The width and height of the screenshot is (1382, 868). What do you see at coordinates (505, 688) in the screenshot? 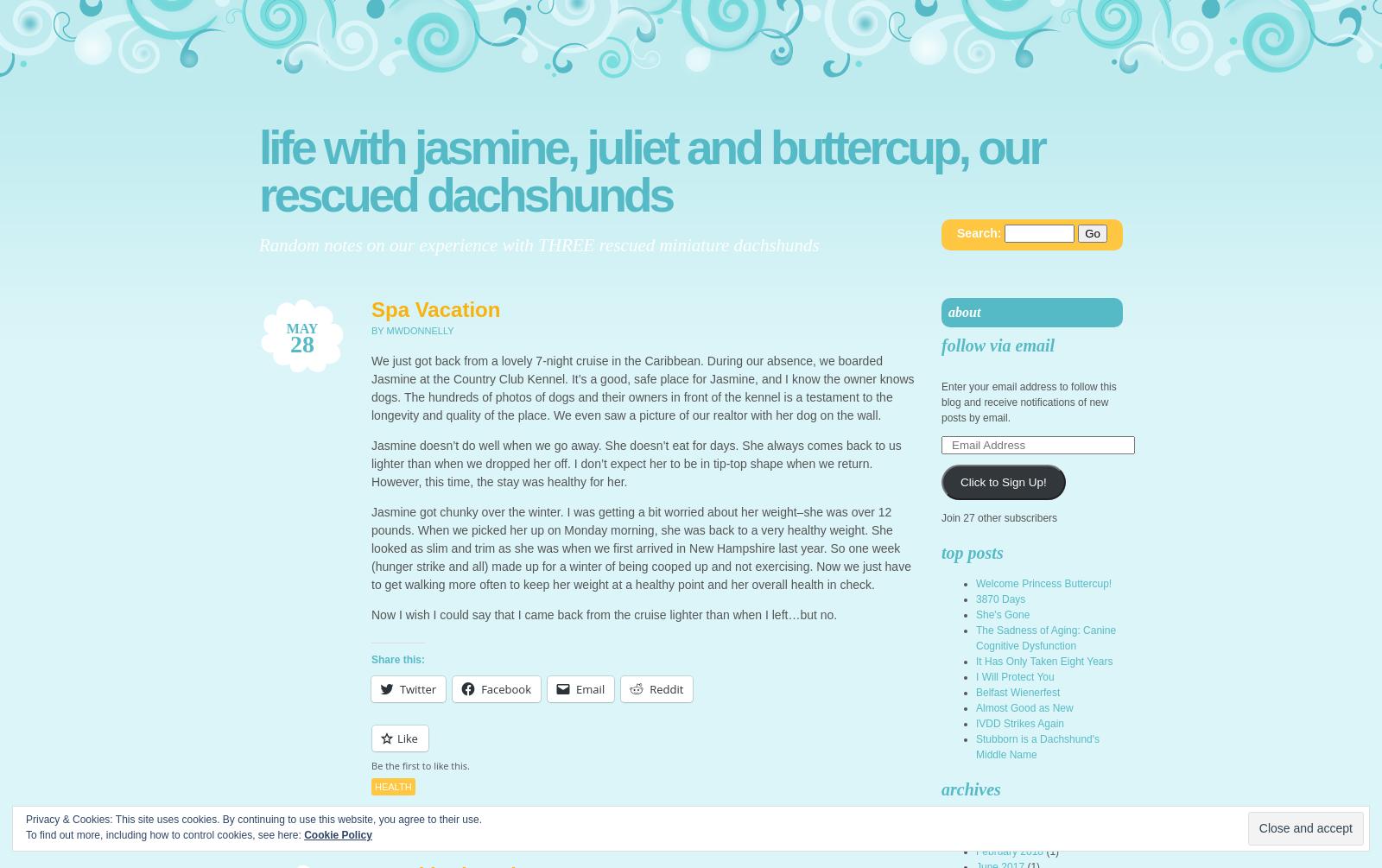
I see `'Facebook'` at bounding box center [505, 688].